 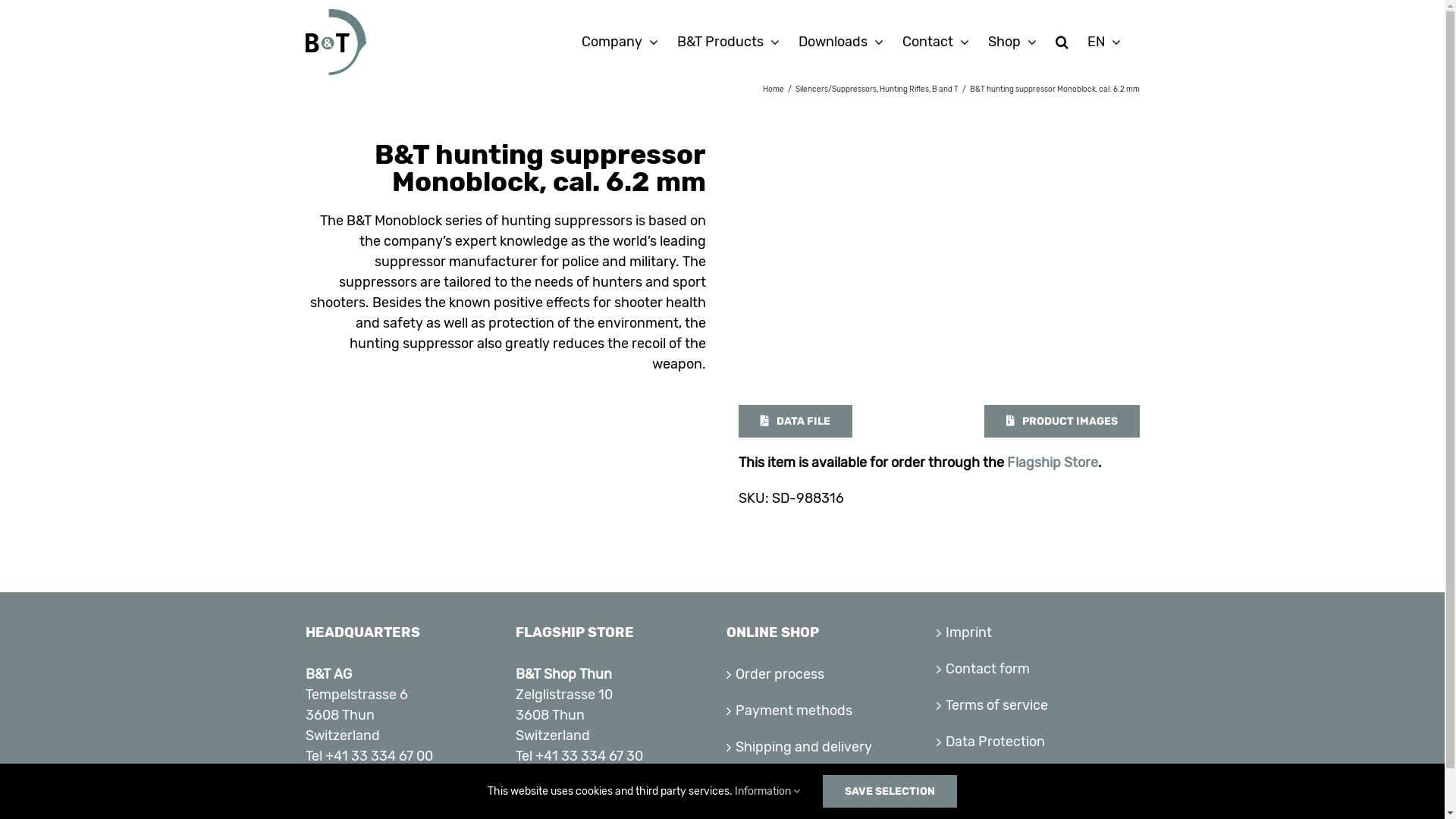 What do you see at coordinates (1061, 40) in the screenshot?
I see `'Search'` at bounding box center [1061, 40].